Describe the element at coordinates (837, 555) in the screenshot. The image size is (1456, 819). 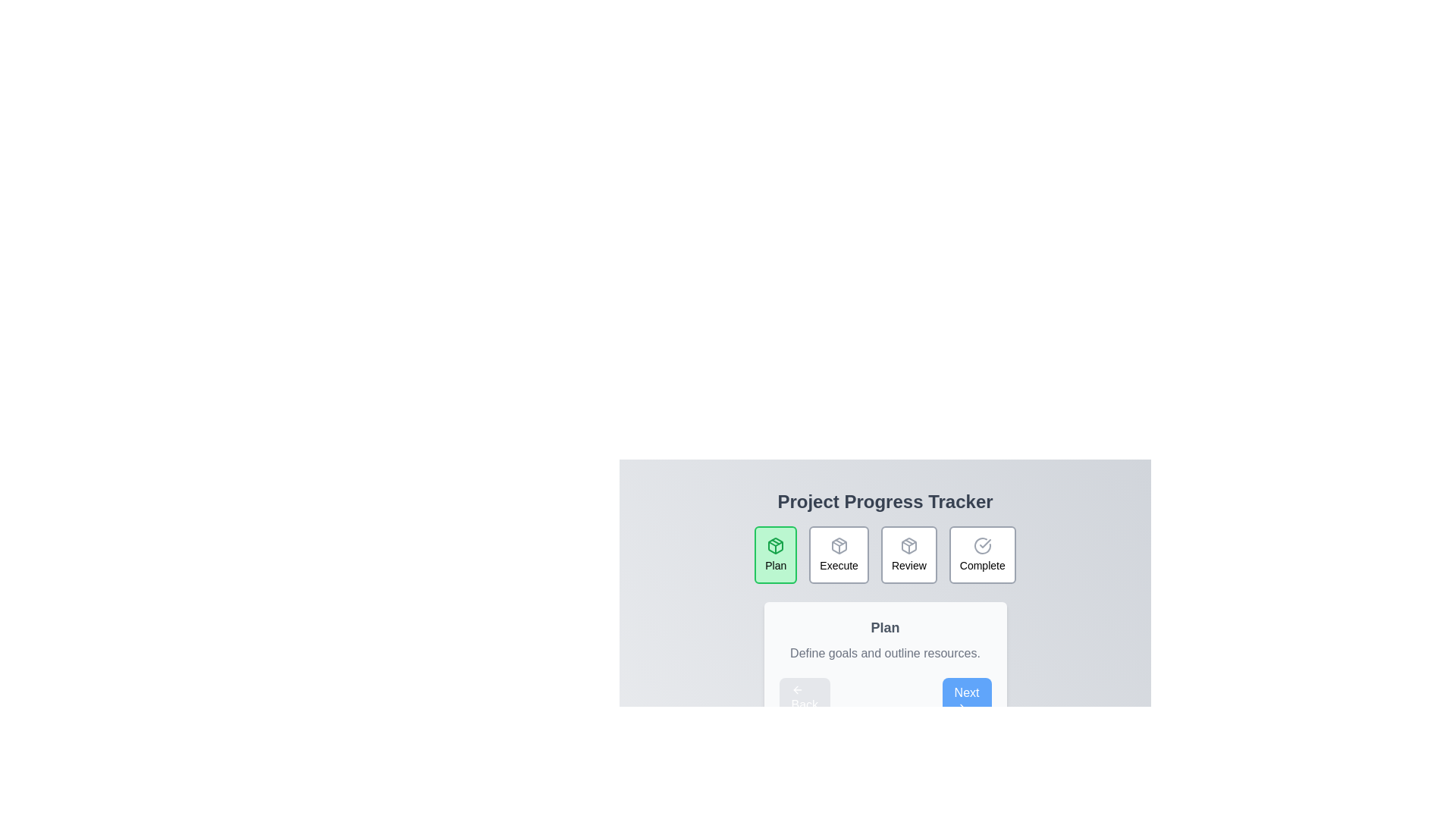
I see `the step labeled Execute to select it` at that location.